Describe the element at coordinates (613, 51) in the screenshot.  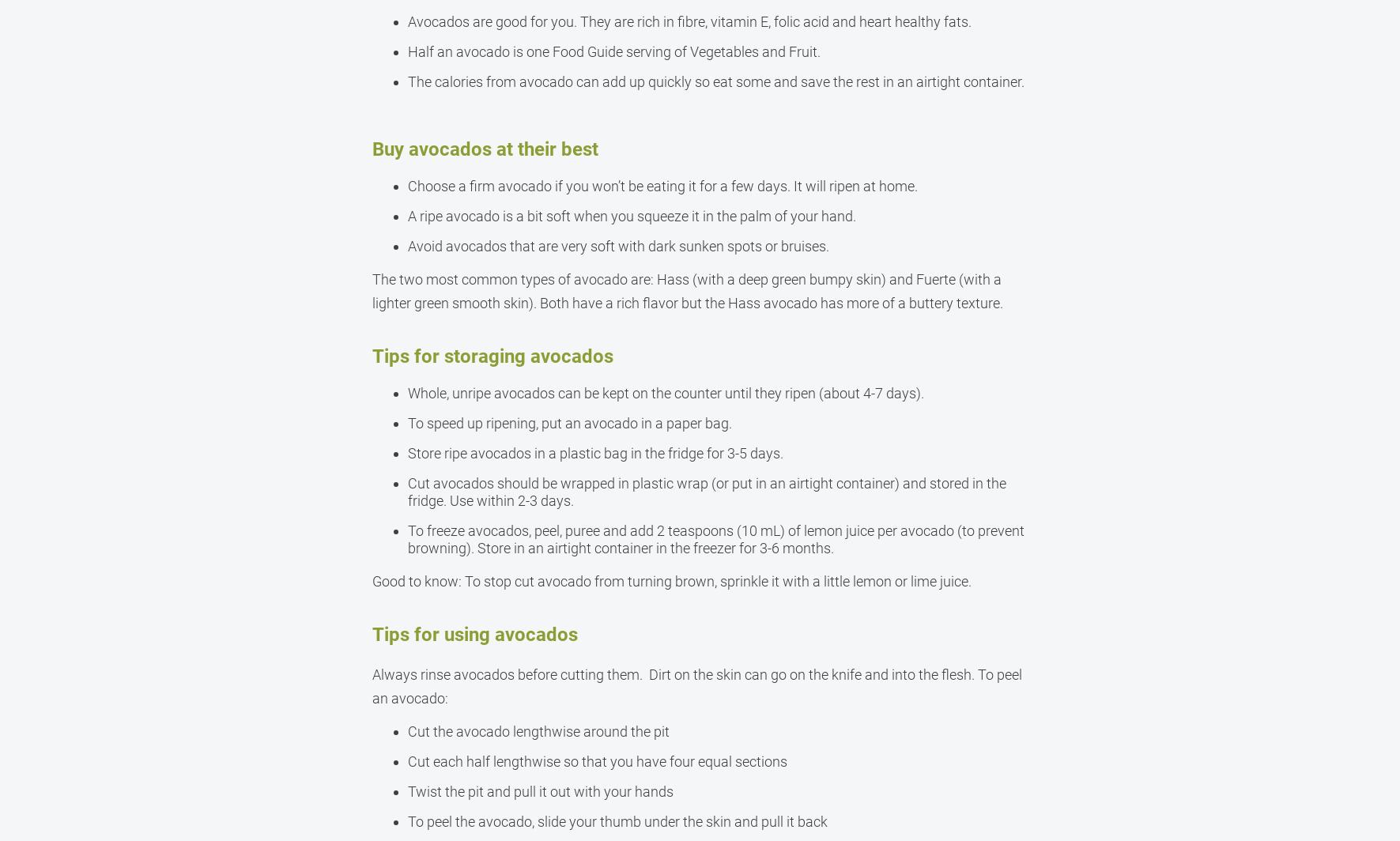
I see `'Half an avocado is one Food Guide serving of Vegetables and Fruit.'` at that location.